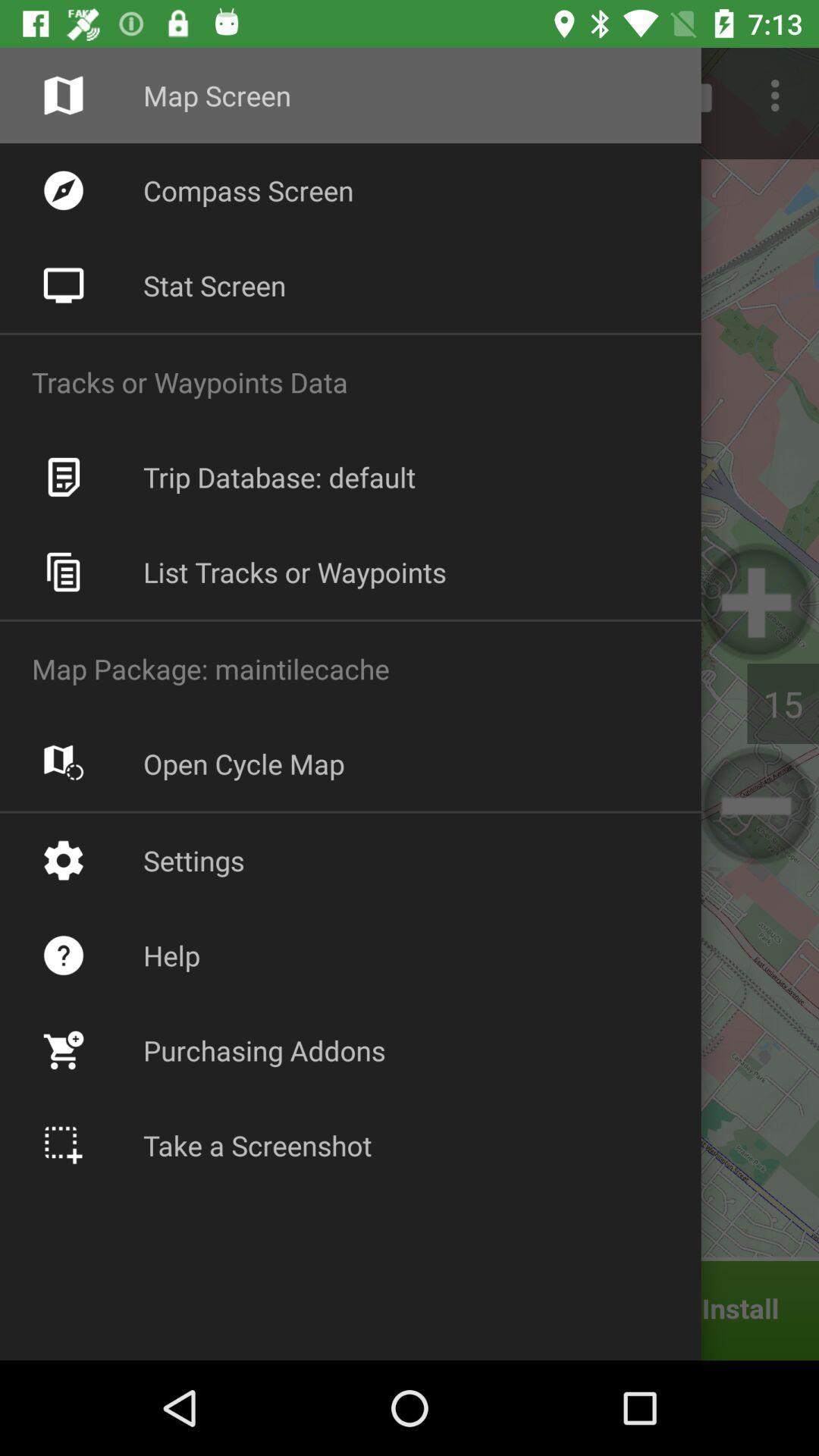  I want to click on the add icon, so click(757, 601).